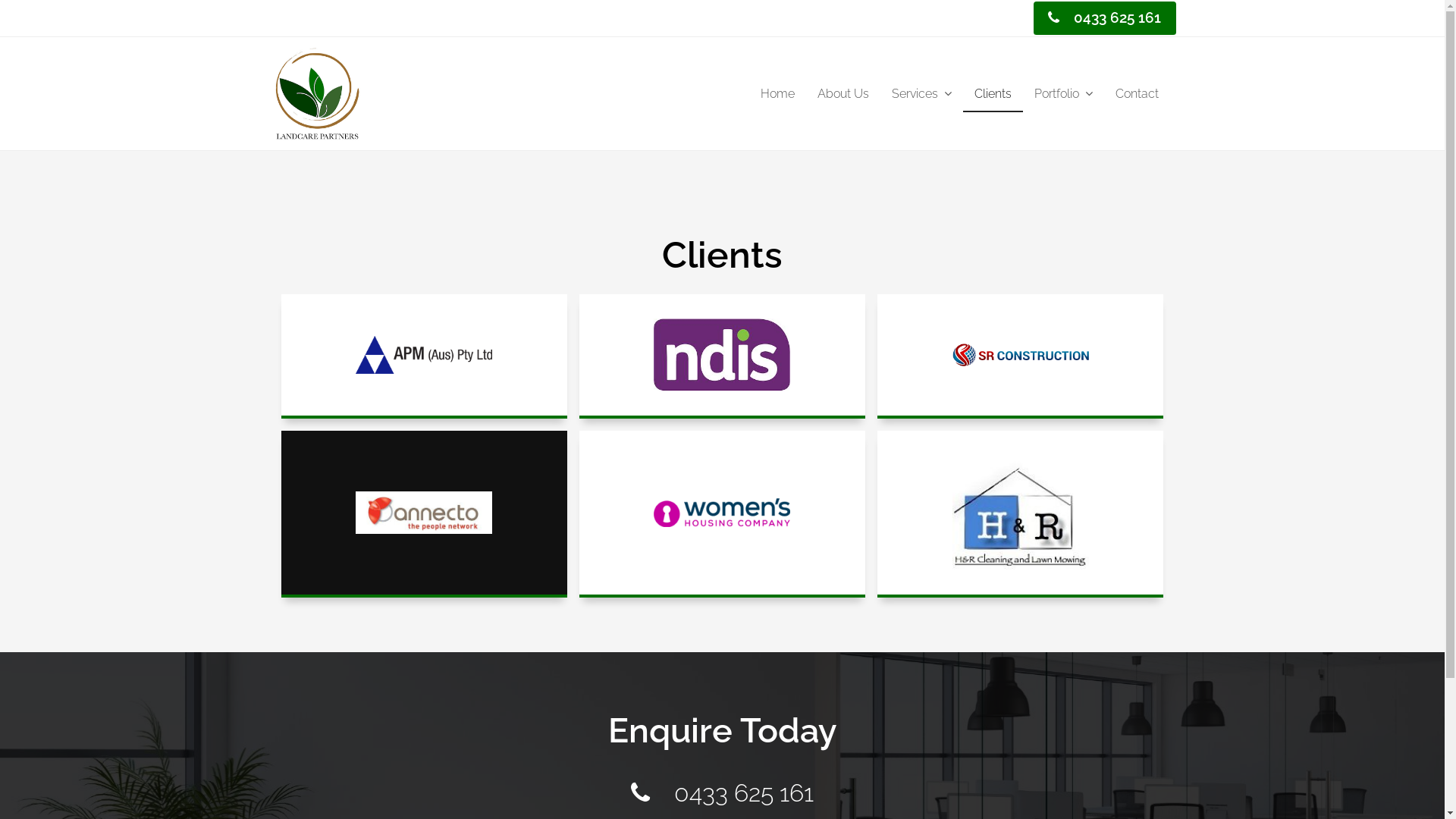 Image resolution: width=1456 pixels, height=819 pixels. Describe the element at coordinates (1062, 94) in the screenshot. I see `'Portfolio'` at that location.